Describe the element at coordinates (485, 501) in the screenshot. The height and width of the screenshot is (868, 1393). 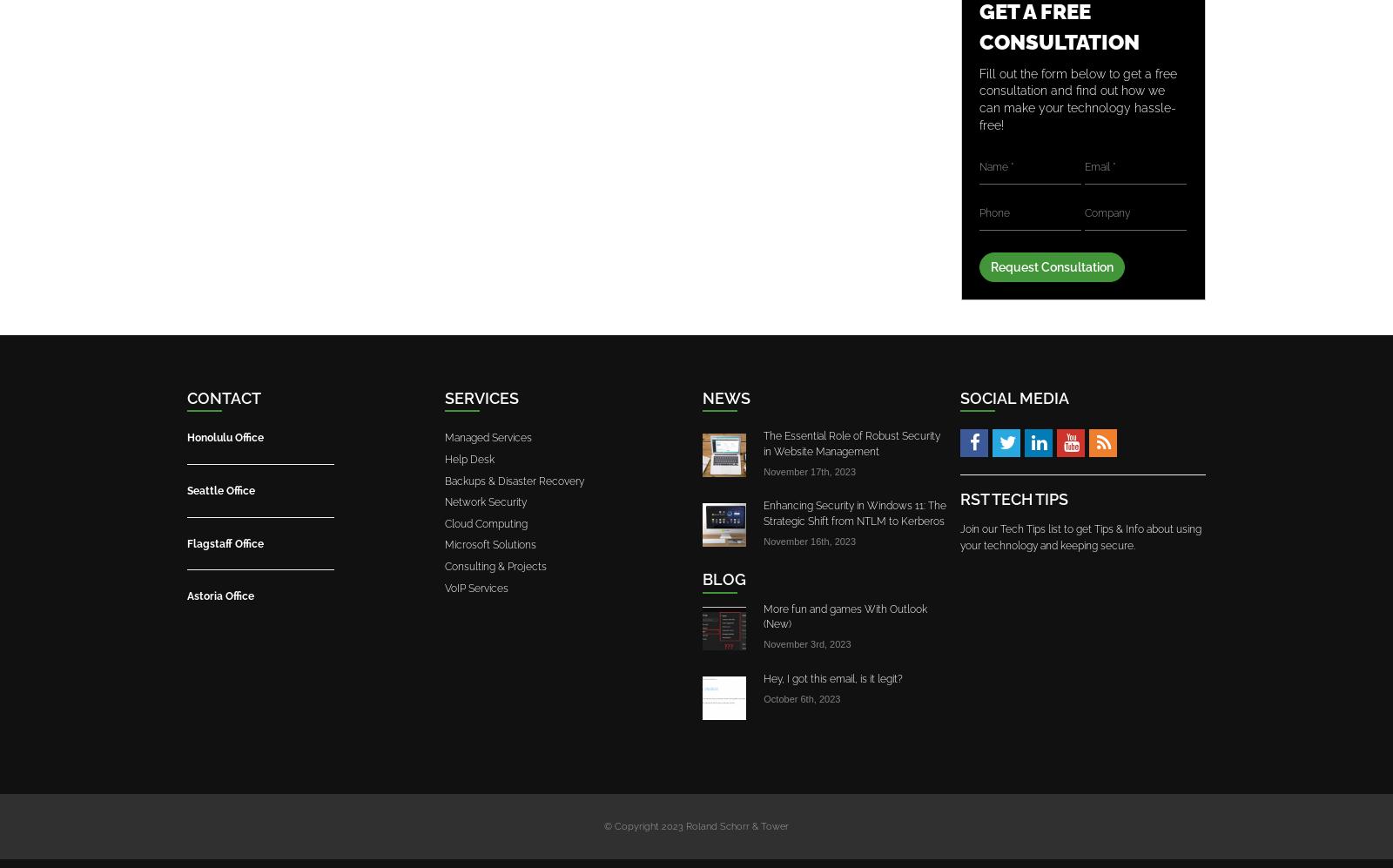
I see `'Network Security'` at that location.